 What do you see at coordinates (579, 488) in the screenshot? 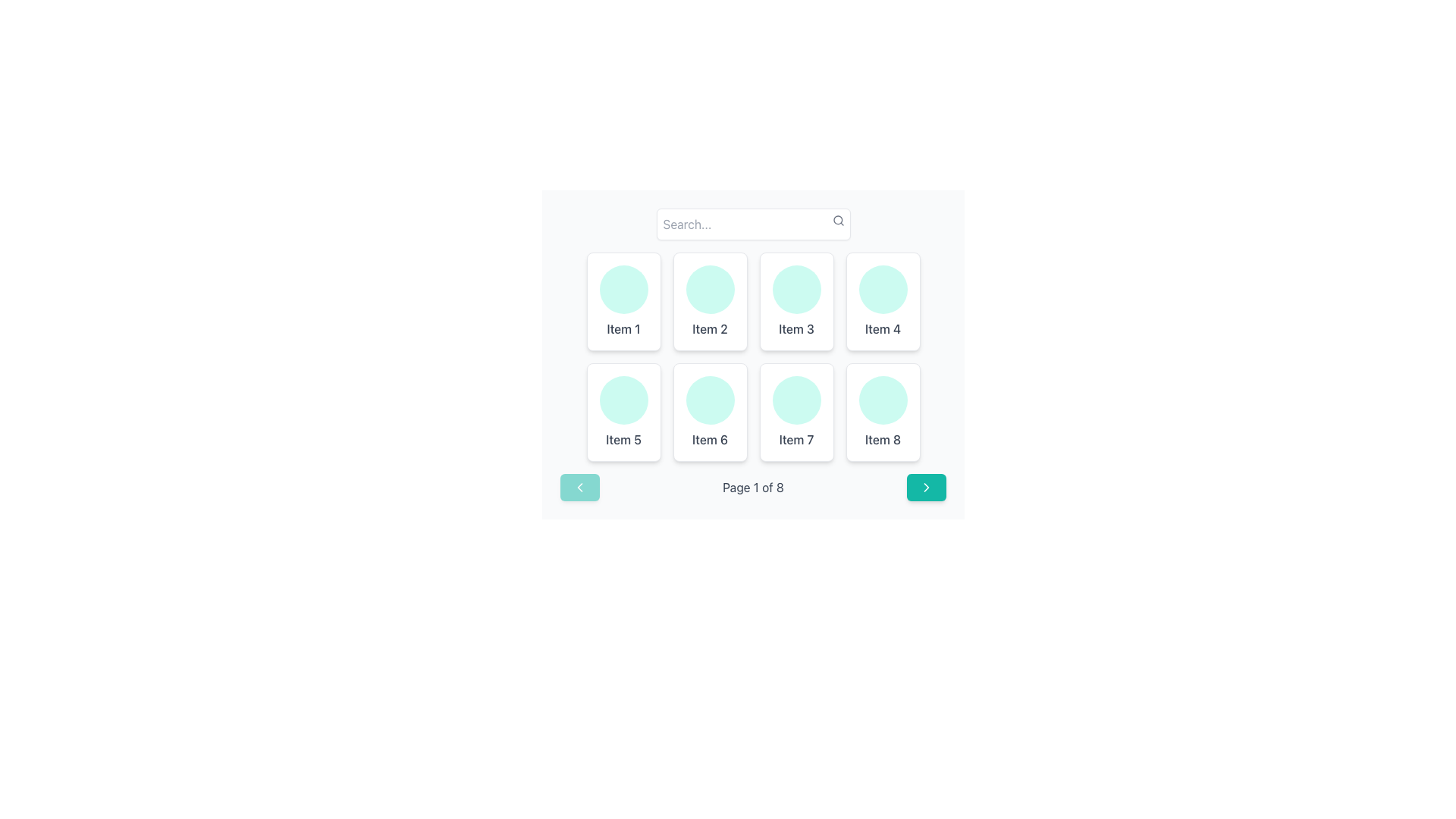
I see `the backward pagination button` at bounding box center [579, 488].